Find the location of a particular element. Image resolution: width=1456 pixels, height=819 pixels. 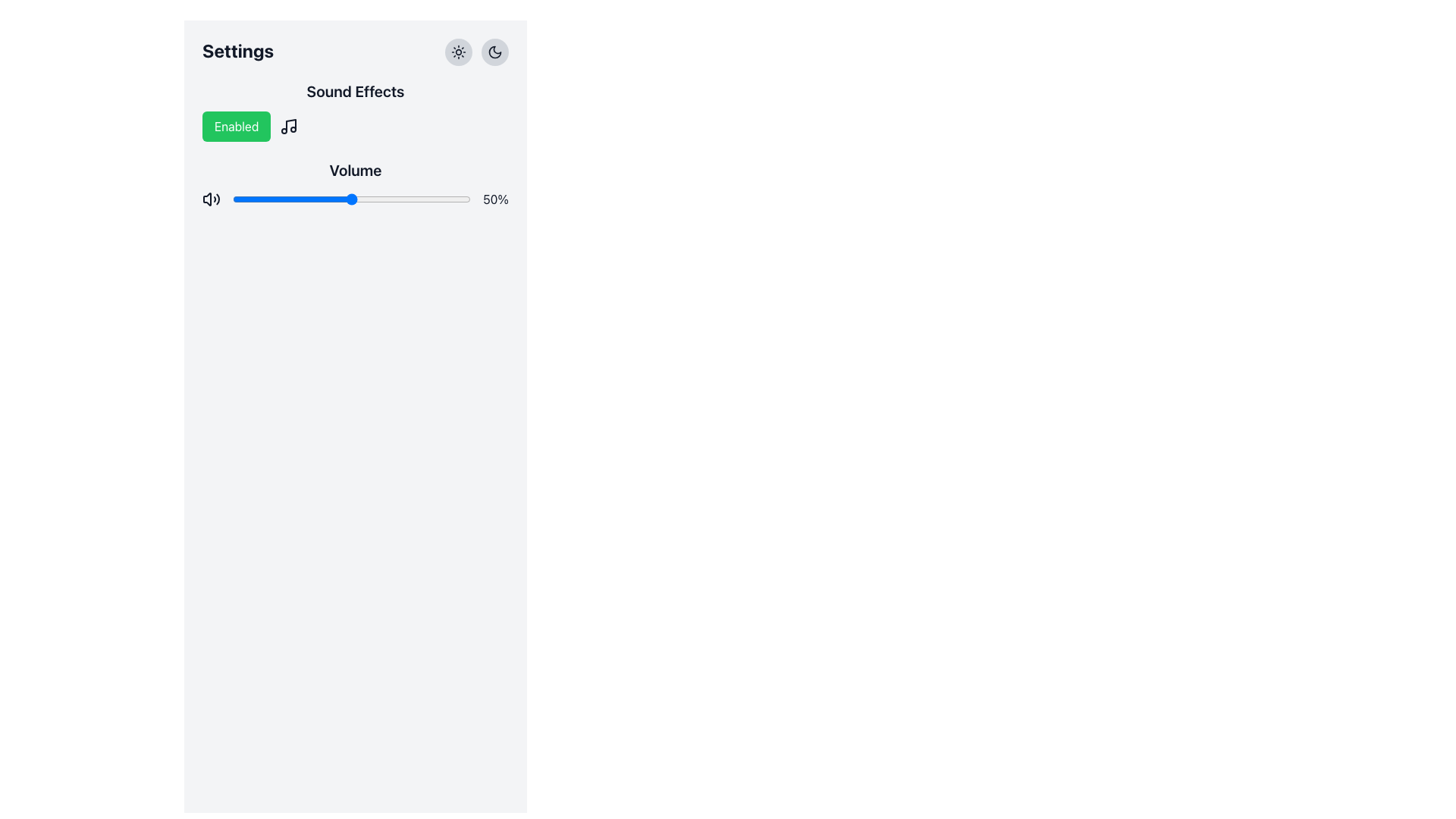

the volume is located at coordinates (282, 198).